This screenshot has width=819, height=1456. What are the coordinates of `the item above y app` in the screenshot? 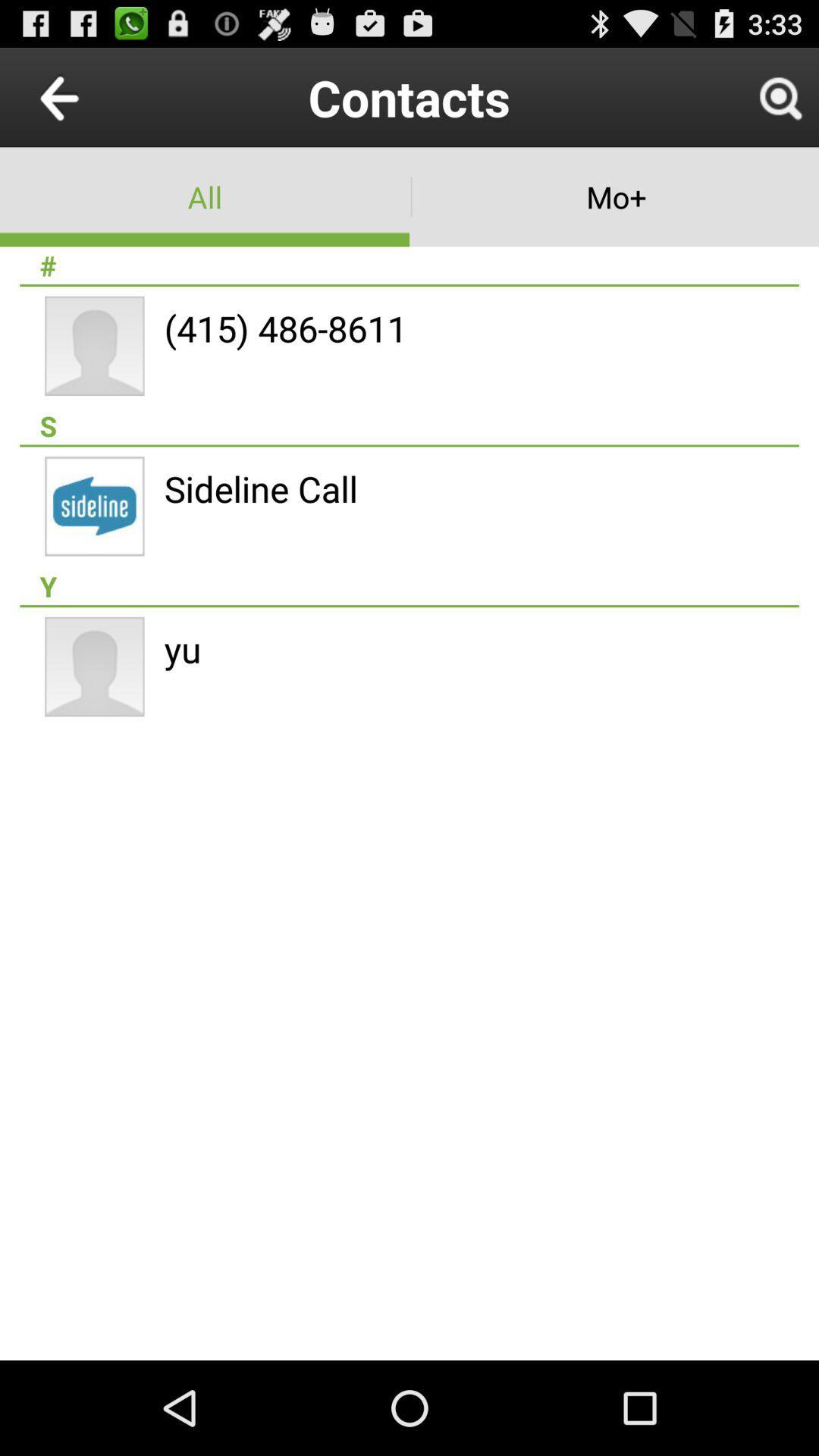 It's located at (260, 488).